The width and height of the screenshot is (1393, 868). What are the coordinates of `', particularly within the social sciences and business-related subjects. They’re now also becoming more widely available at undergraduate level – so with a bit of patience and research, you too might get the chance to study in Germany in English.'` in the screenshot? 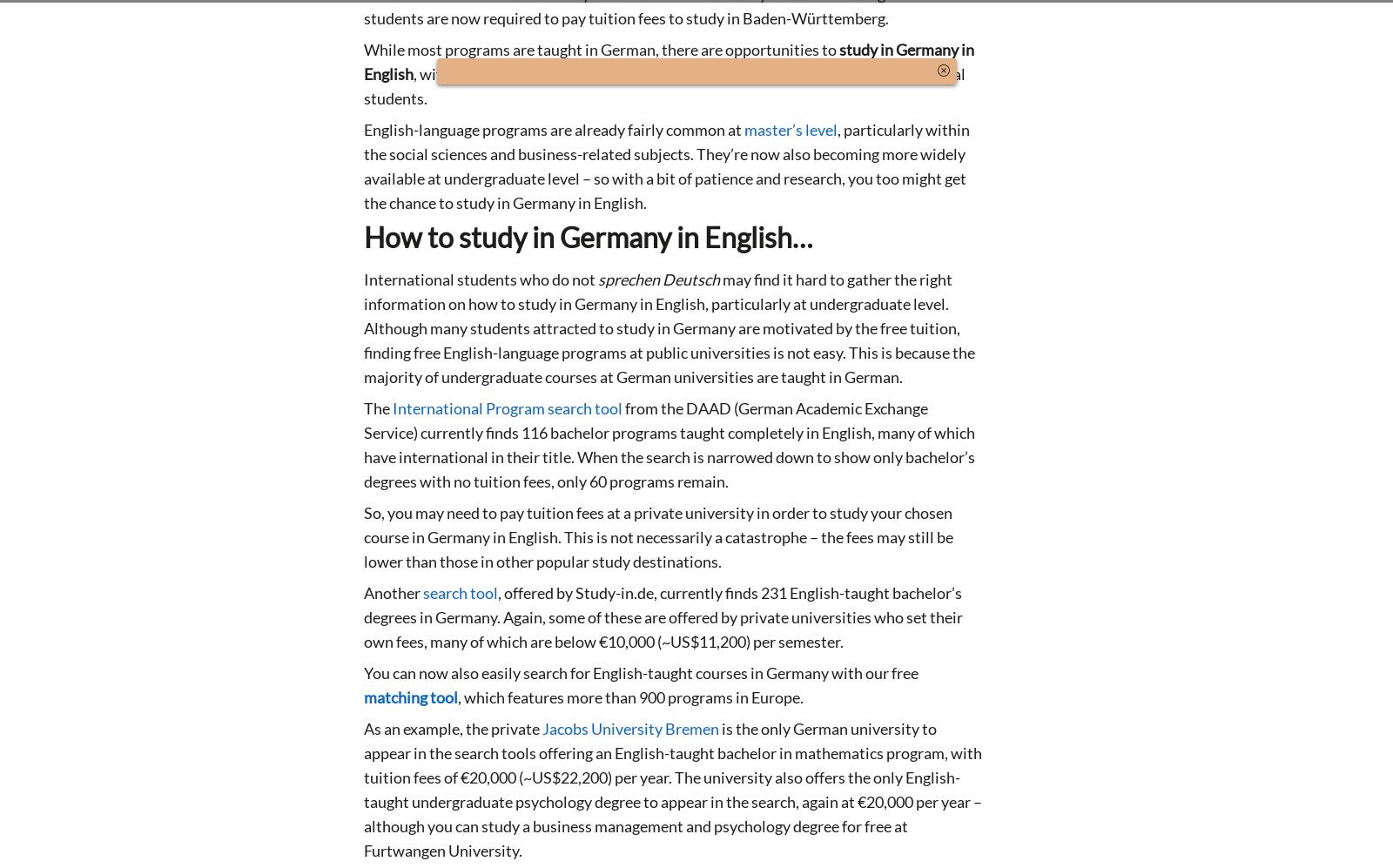 It's located at (667, 166).